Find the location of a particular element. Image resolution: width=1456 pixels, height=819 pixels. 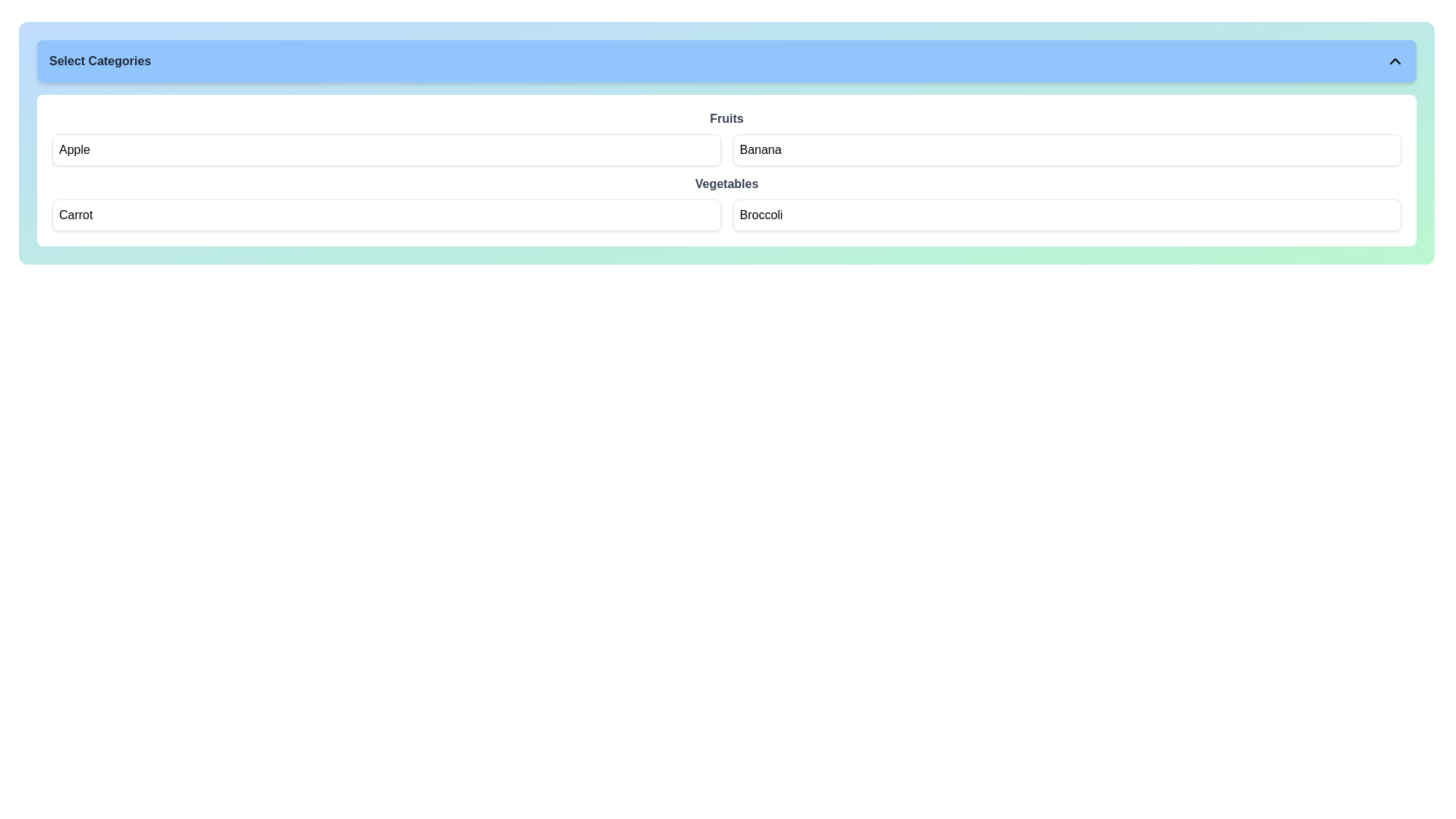

the grid layout containing selectable items for the 'Fruits' category is located at coordinates (726, 149).